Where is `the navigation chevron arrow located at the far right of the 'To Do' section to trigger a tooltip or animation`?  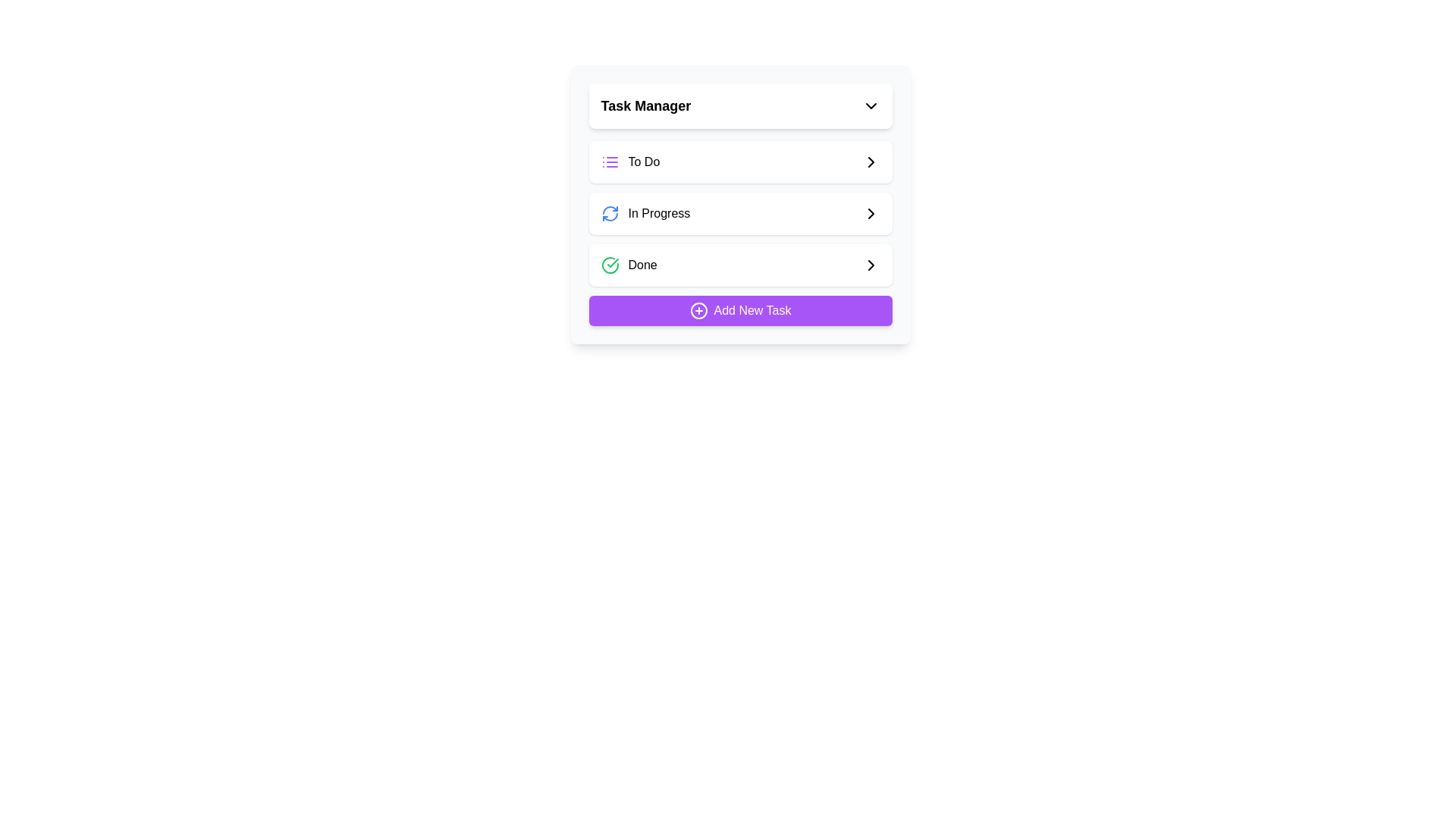 the navigation chevron arrow located at the far right of the 'To Do' section to trigger a tooltip or animation is located at coordinates (871, 162).